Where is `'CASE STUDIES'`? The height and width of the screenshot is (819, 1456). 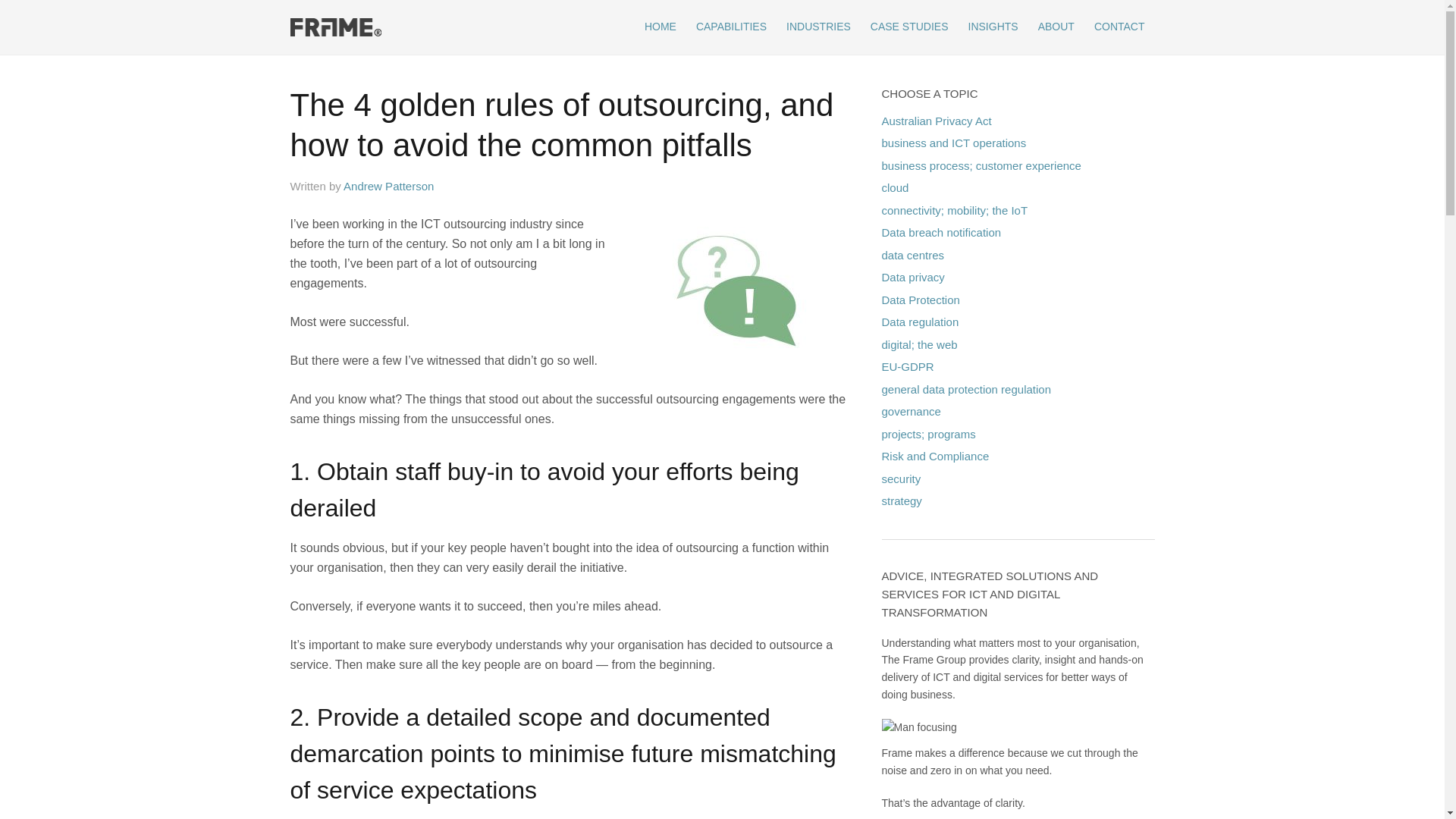
'CASE STUDIES' is located at coordinates (909, 26).